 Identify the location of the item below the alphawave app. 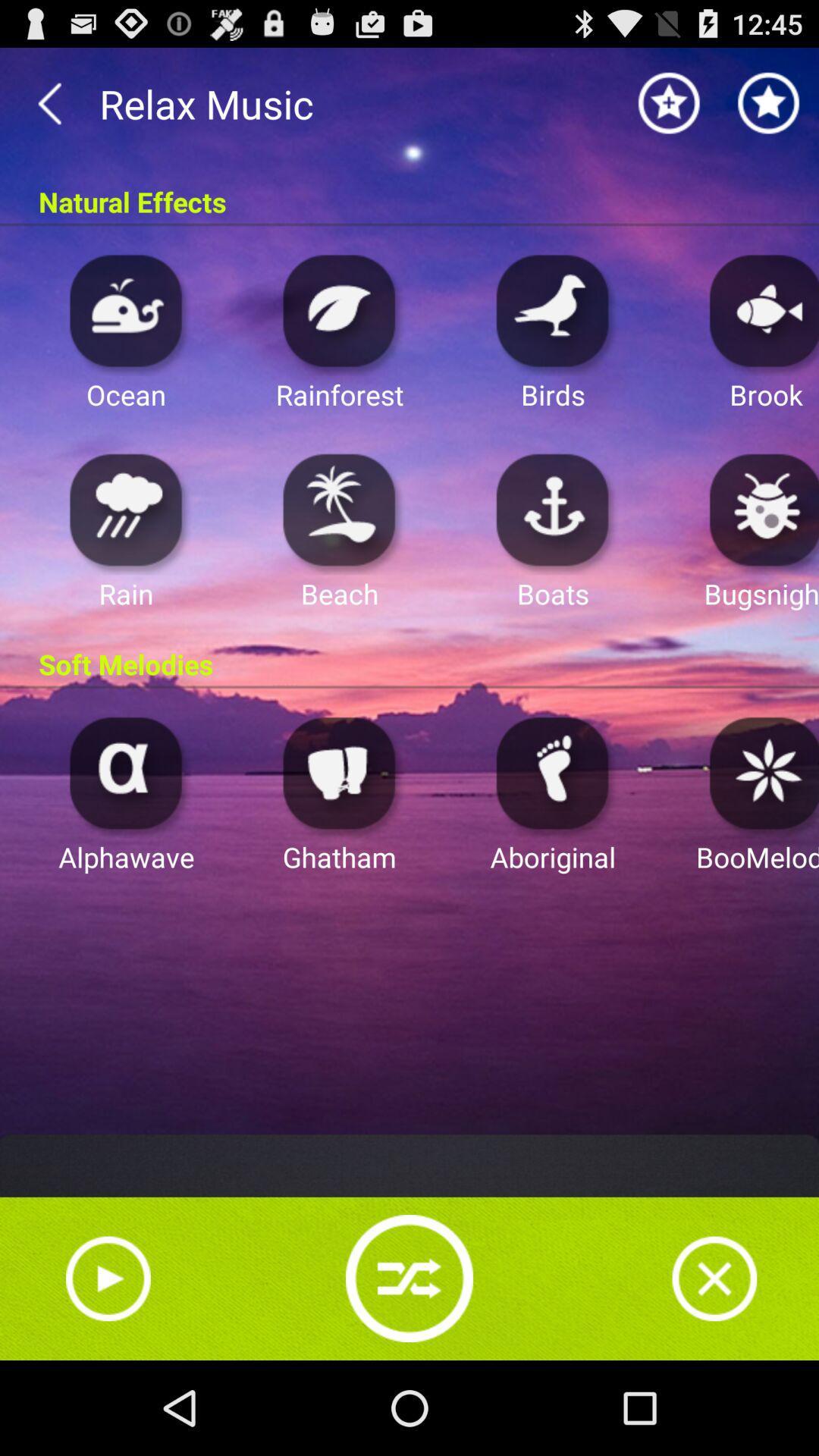
(107, 1278).